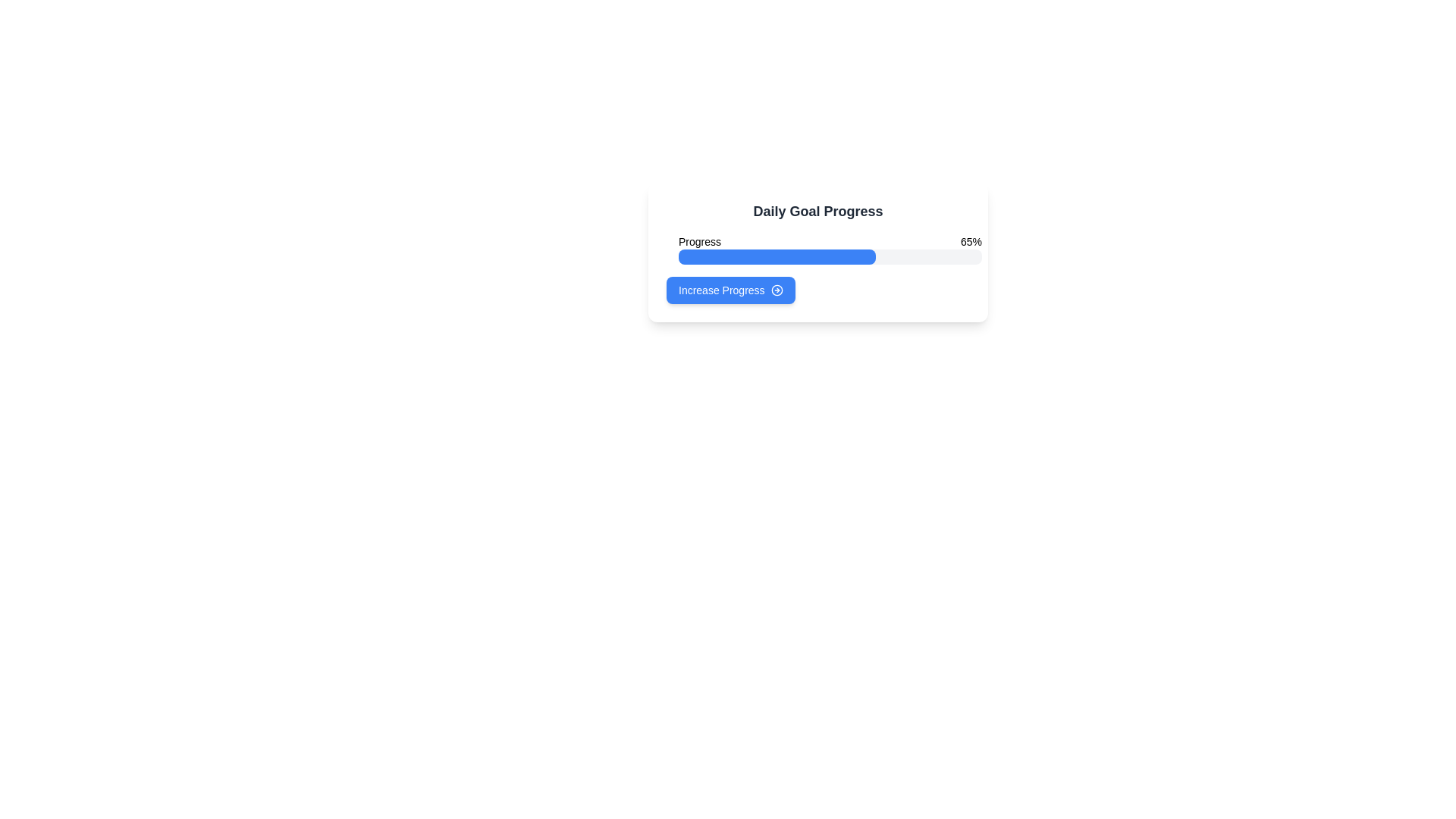 The width and height of the screenshot is (1456, 819). What do you see at coordinates (829, 248) in the screenshot?
I see `the horizontal progress bar labeled 'Progress' that shows 65% completion, located under the heading 'Daily Goal Progress'` at bounding box center [829, 248].